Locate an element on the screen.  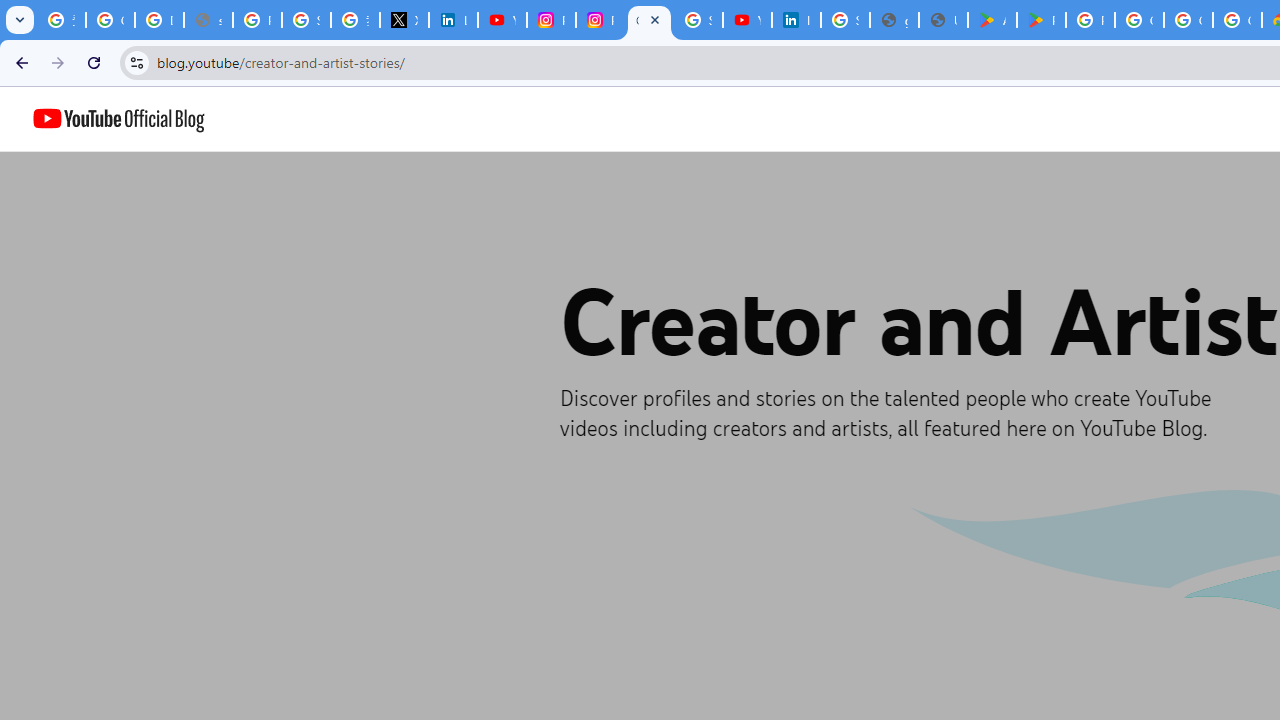
'YouTube Official Blog logo' is located at coordinates (118, 119).